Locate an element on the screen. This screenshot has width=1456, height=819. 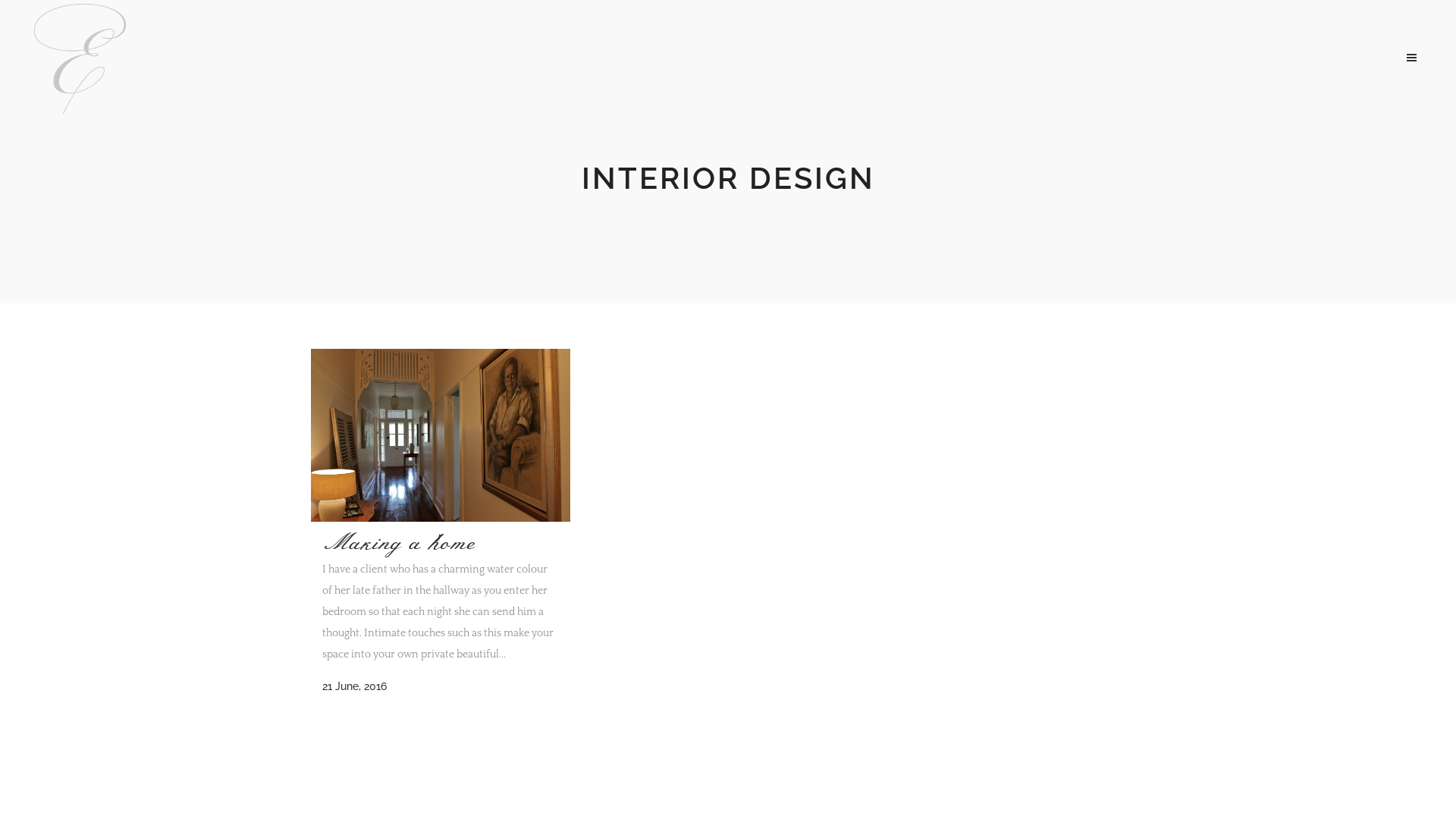
'Making a home' is located at coordinates (399, 542).